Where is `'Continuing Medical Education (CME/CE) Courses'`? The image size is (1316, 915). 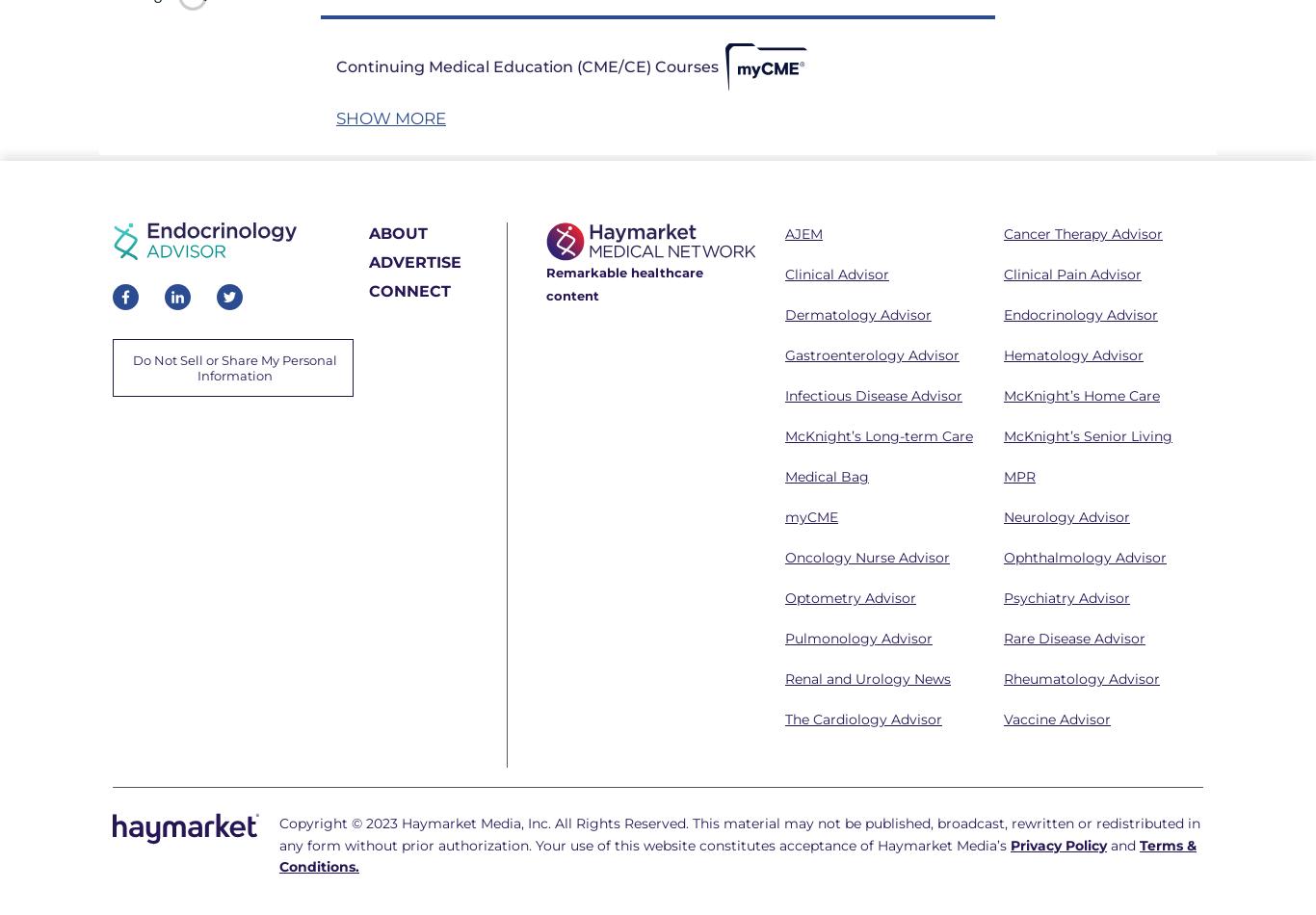 'Continuing Medical Education (CME/CE) Courses' is located at coordinates (335, 65).